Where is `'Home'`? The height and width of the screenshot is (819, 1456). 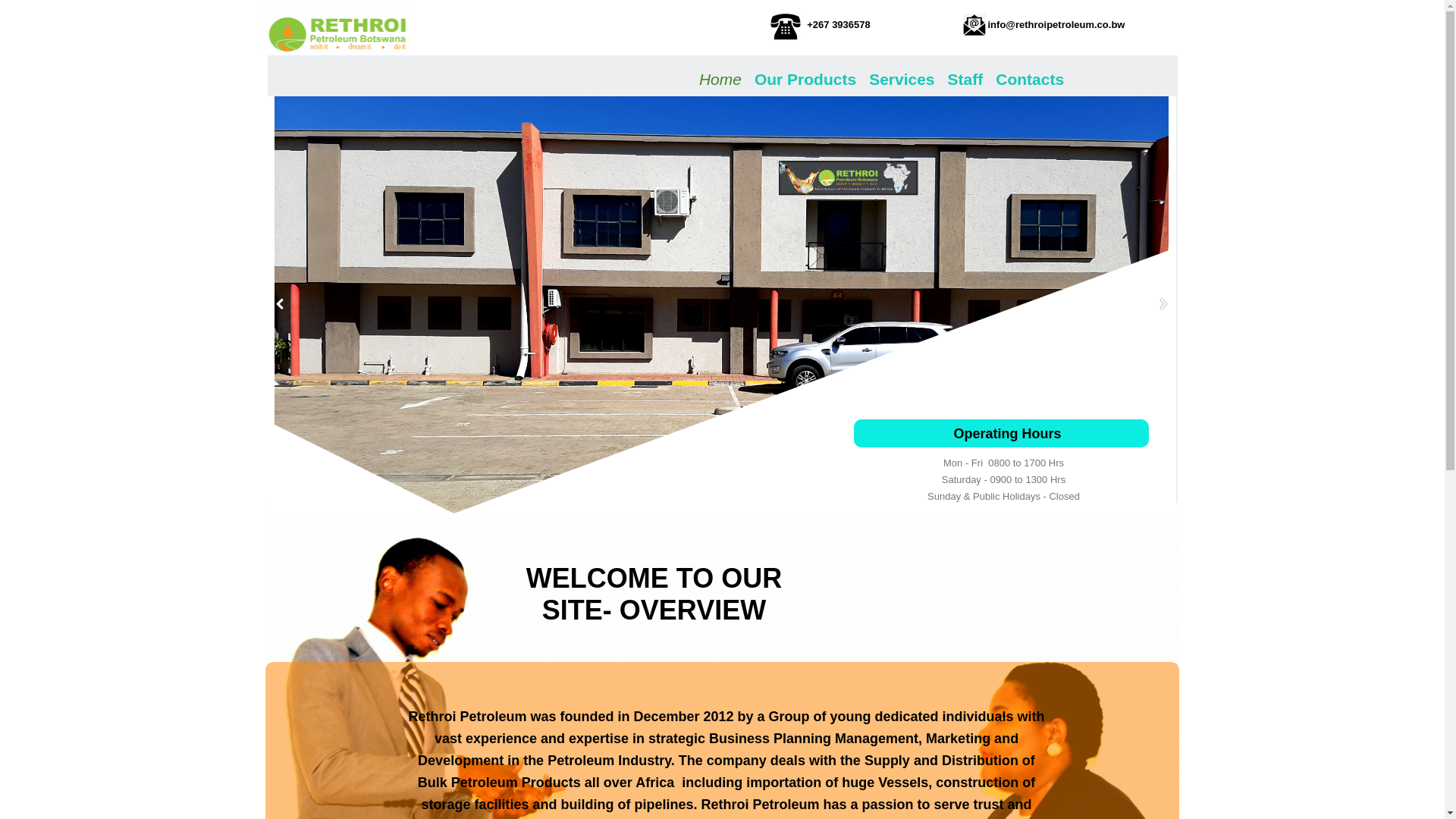 'Home' is located at coordinates (697, 77).